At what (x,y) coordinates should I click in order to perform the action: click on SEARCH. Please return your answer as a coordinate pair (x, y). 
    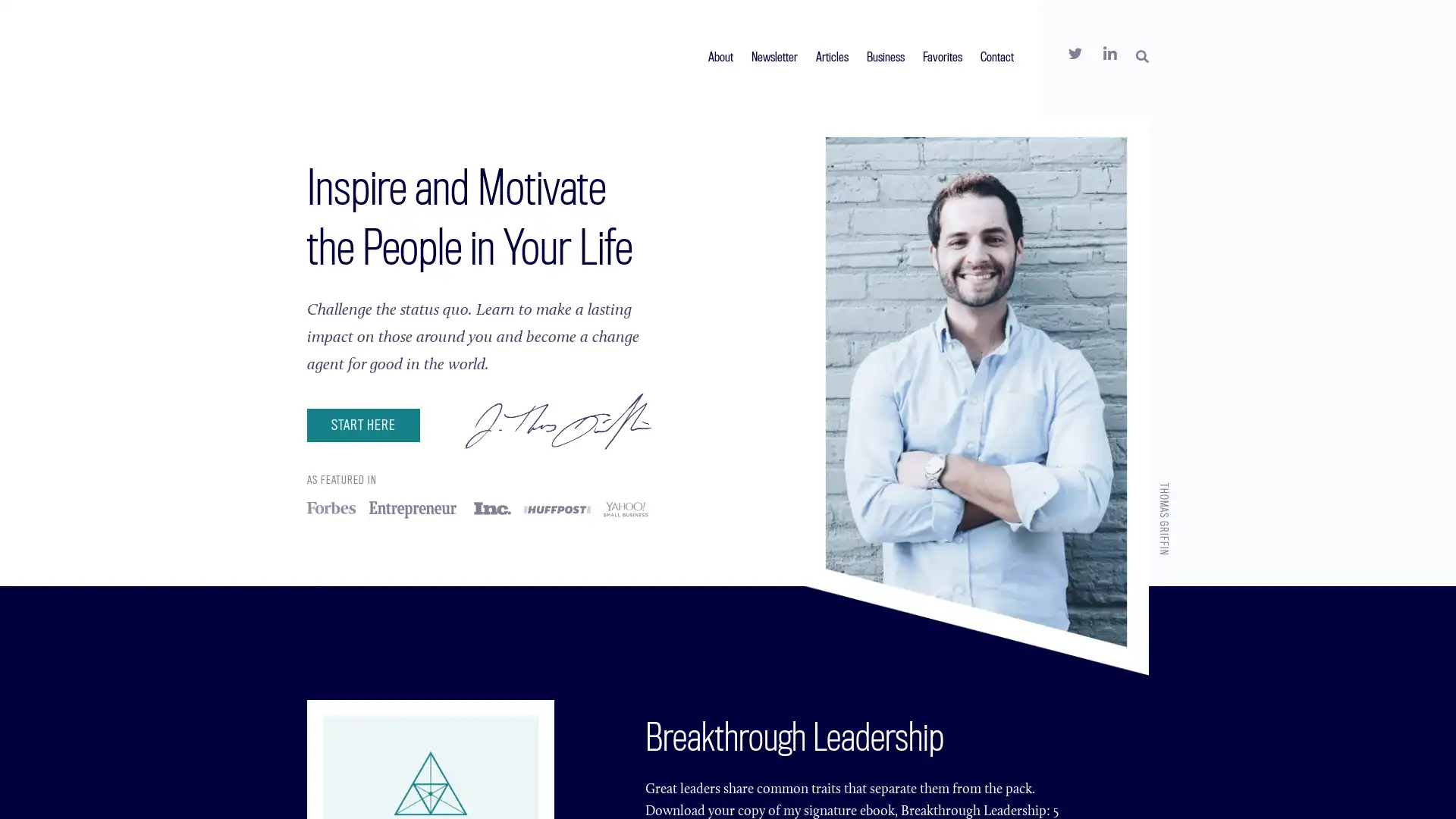
    Looking at the image, I should click on (1142, 55).